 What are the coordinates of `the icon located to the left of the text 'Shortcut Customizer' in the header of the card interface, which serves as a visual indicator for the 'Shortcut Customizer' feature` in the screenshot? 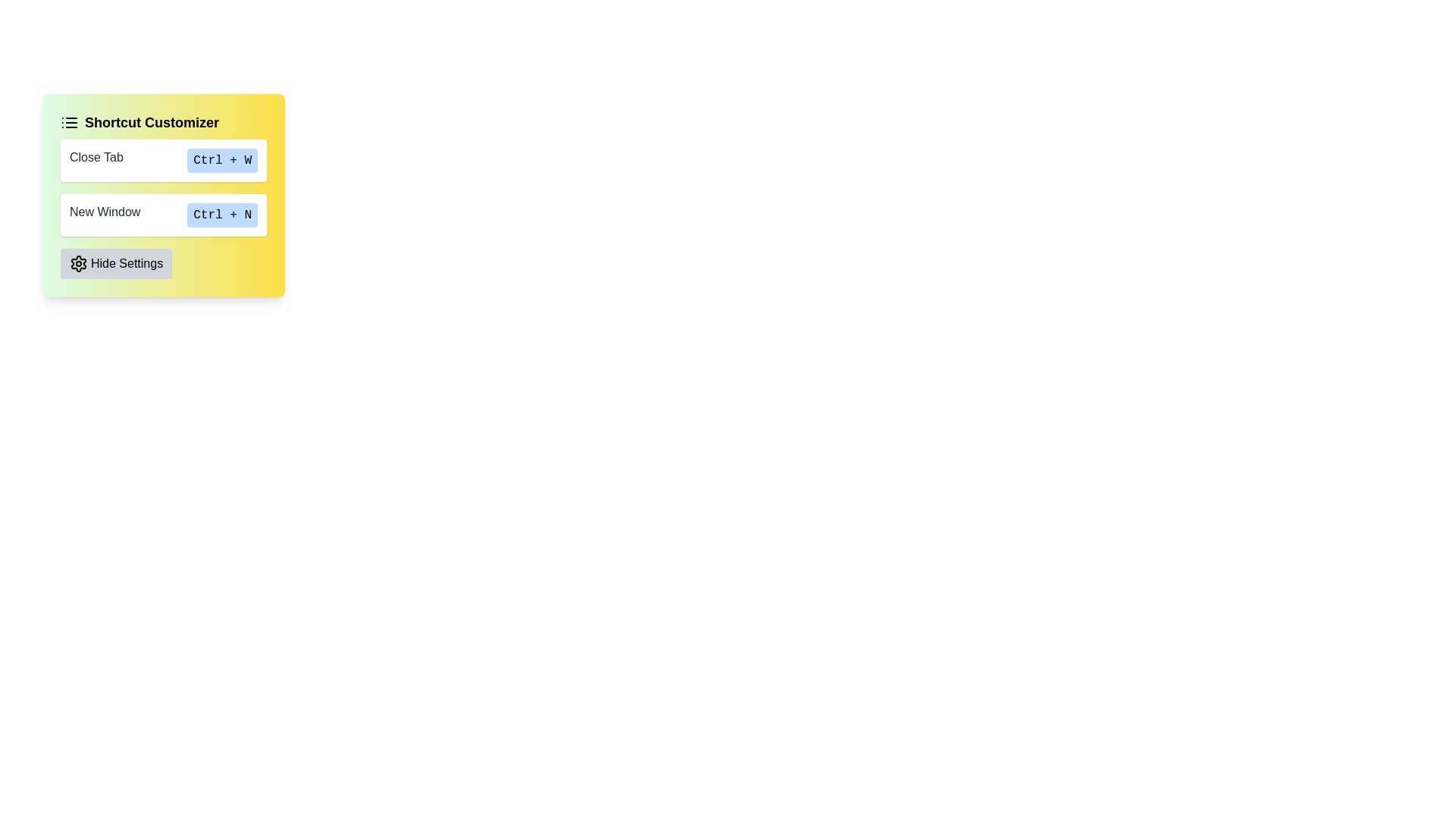 It's located at (68, 122).